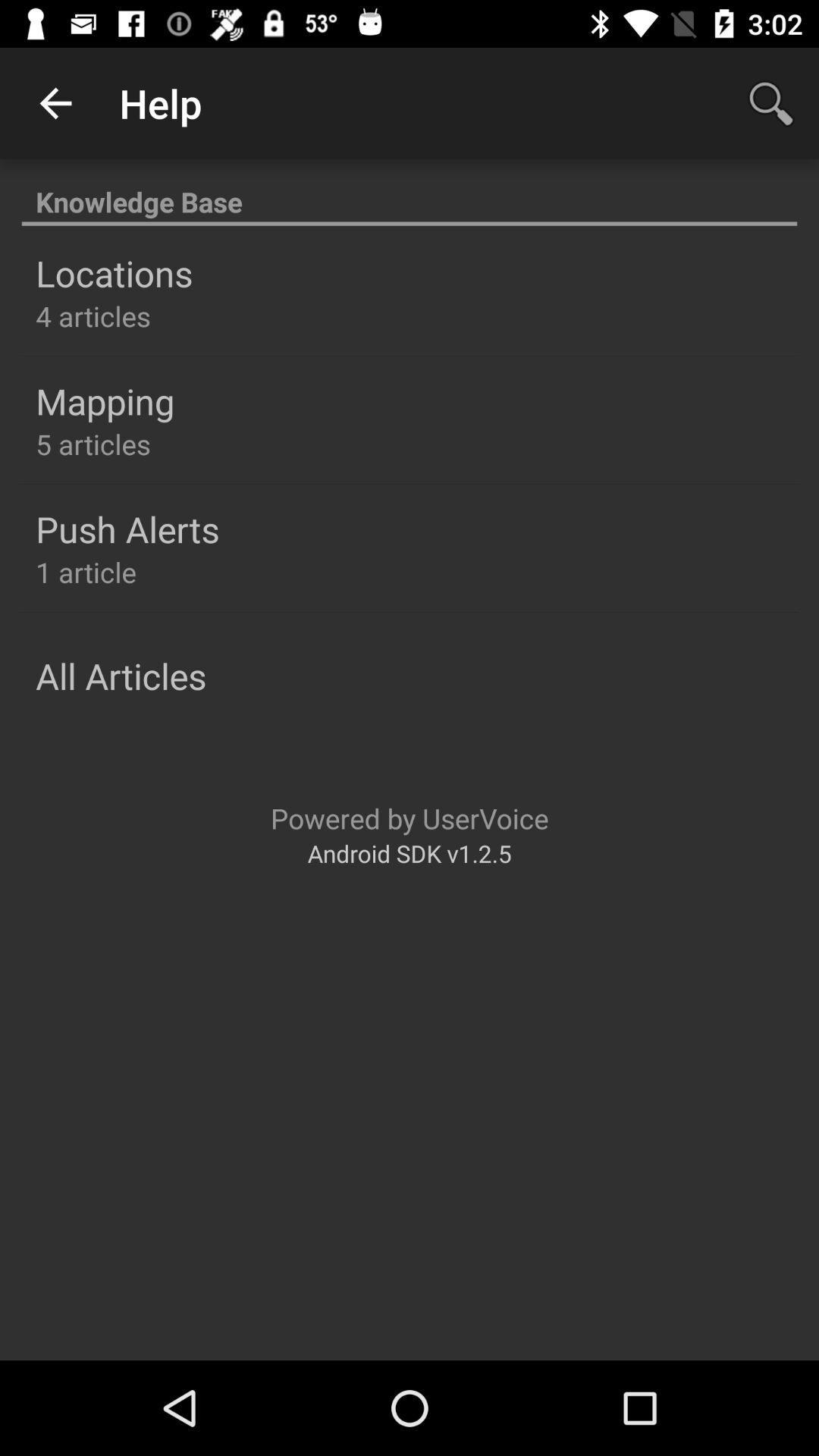 The height and width of the screenshot is (1456, 819). Describe the element at coordinates (409, 817) in the screenshot. I see `powered by uservoice icon` at that location.